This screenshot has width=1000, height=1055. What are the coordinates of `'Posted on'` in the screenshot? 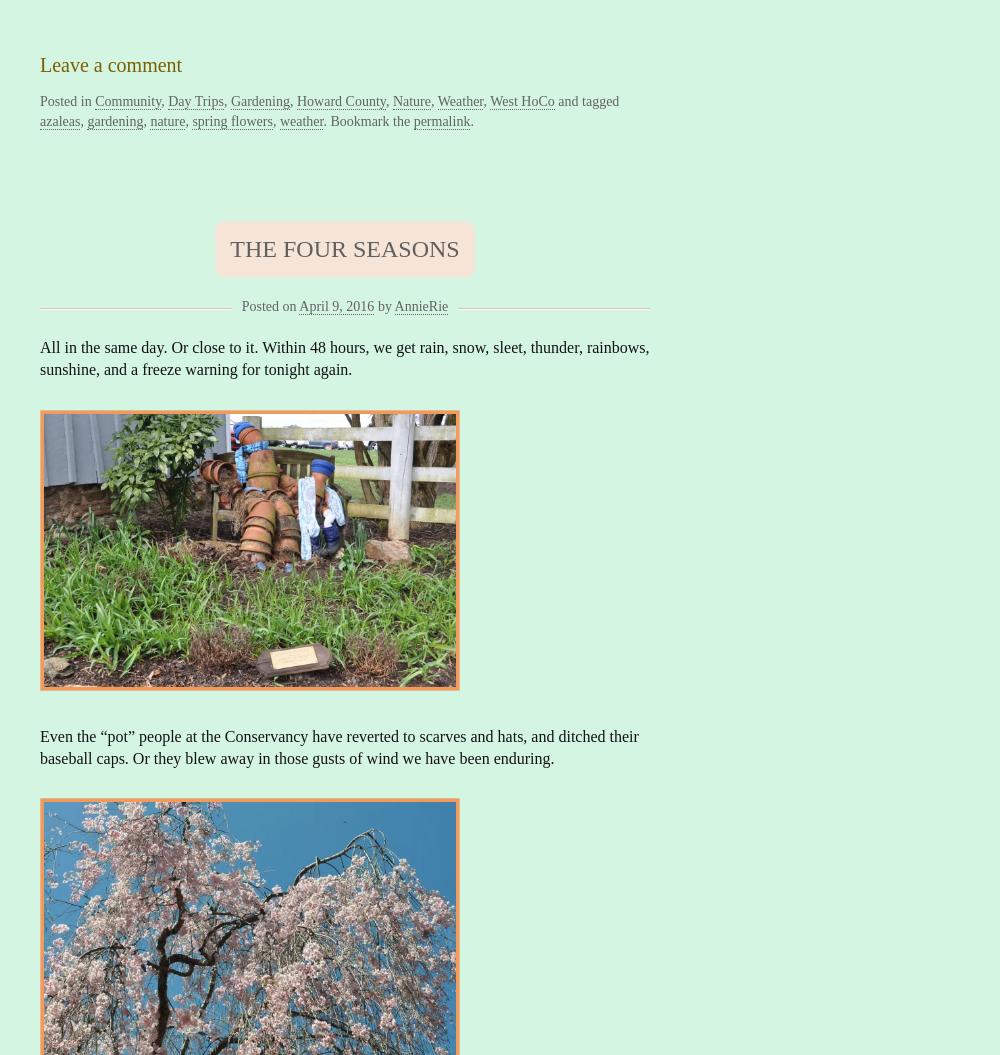 It's located at (268, 305).